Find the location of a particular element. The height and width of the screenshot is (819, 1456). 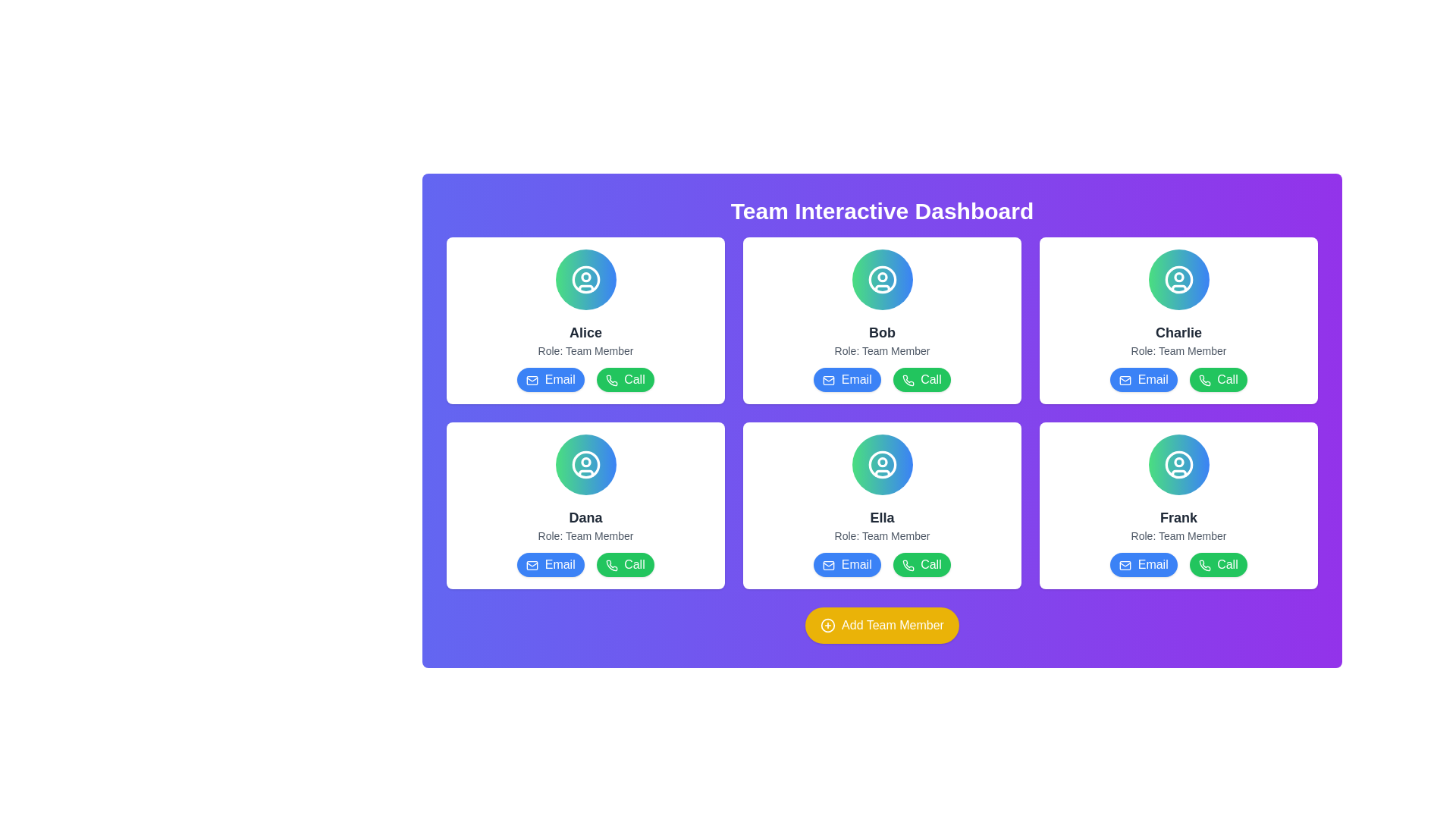

the Profile Icon representing 'Bob', located at the center-top of the middle card, above the text 'Bob' and 'Role: Team Member' is located at coordinates (882, 280).